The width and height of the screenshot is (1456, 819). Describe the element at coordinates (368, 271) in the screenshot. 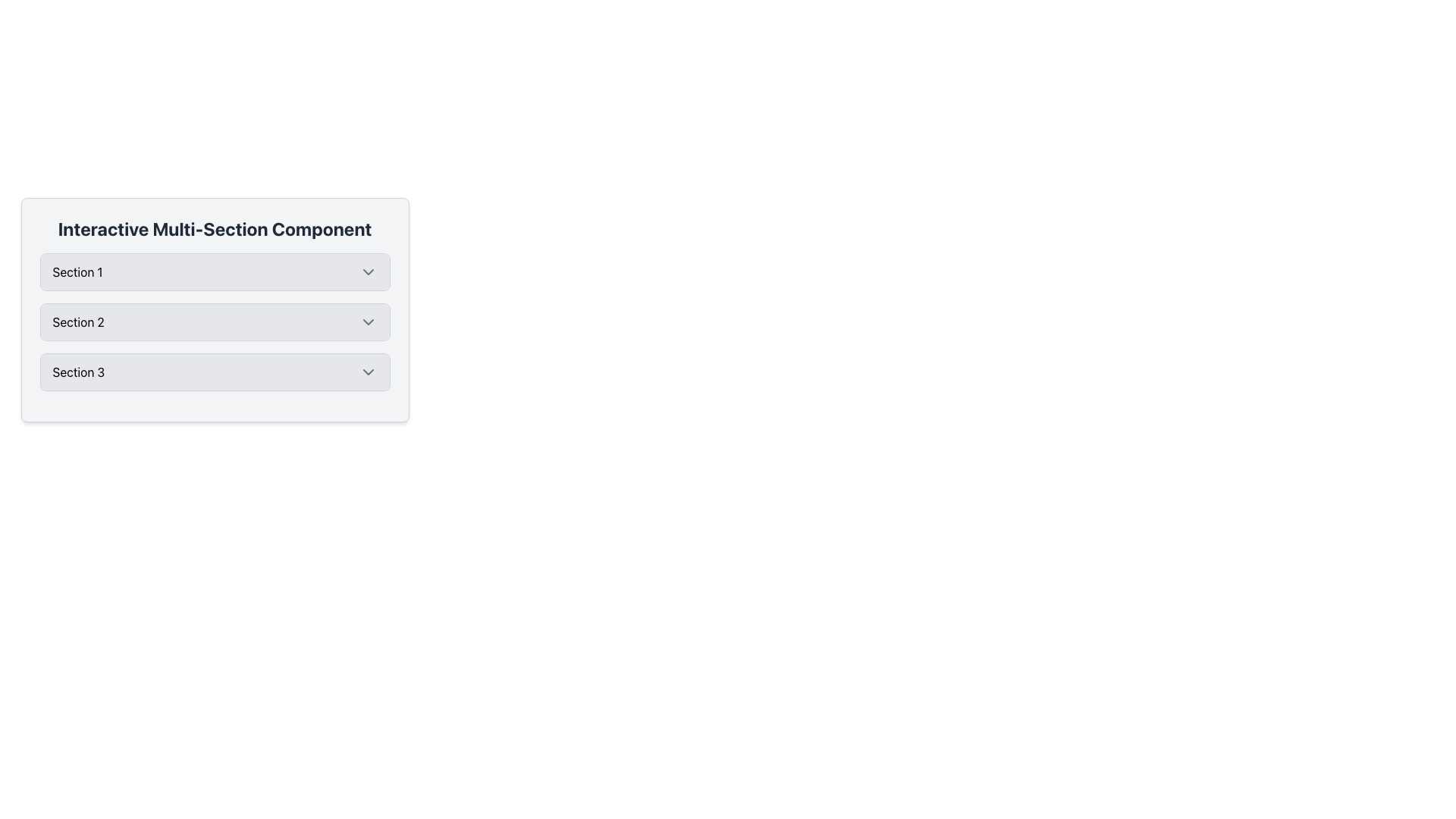

I see `the Chevron Down icon that functions as a toggle for expanding or collapsing the content related to 'Section 1'` at that location.